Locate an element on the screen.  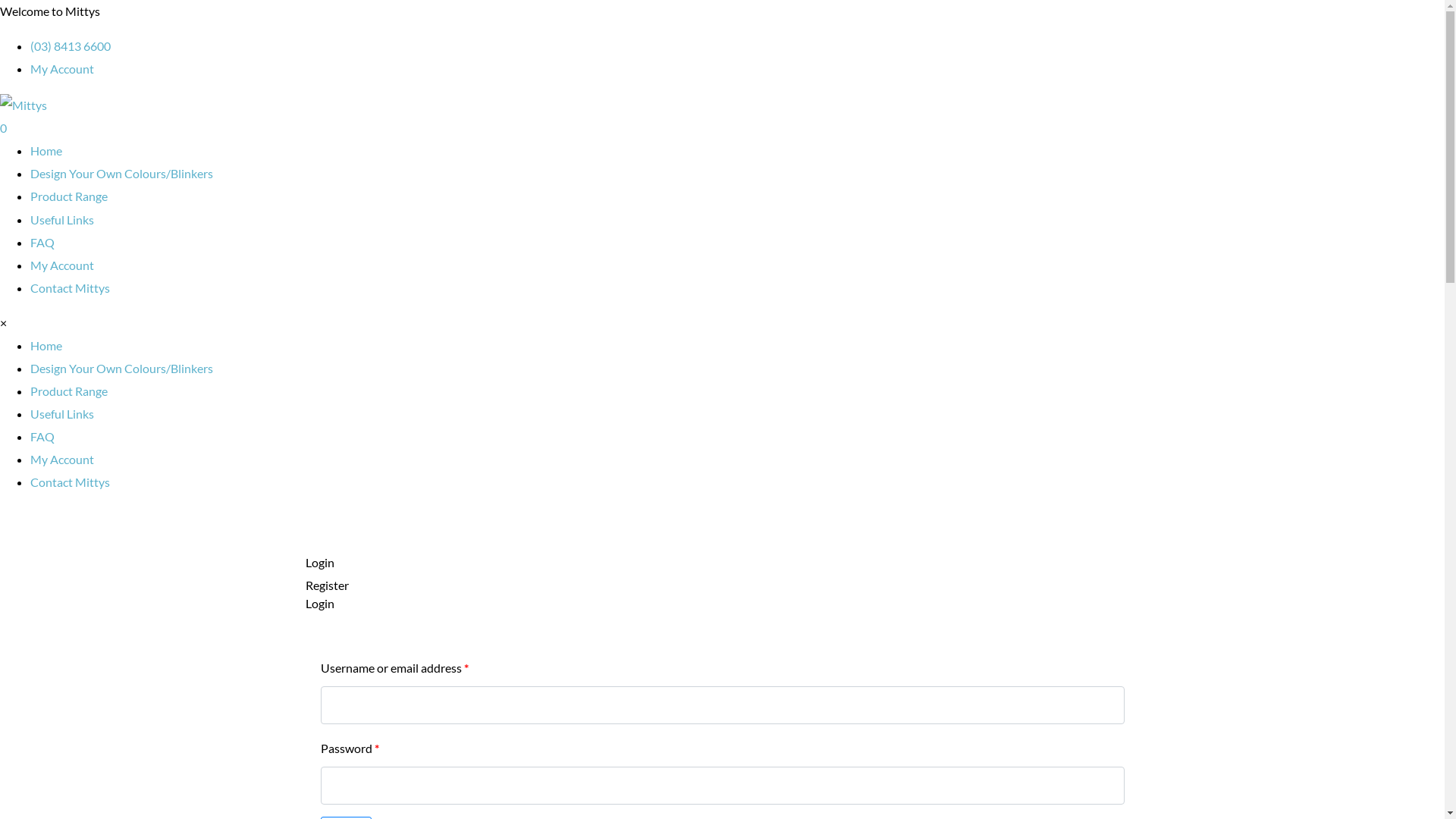
'Design Your Own Colours/Blinkers' is located at coordinates (121, 368).